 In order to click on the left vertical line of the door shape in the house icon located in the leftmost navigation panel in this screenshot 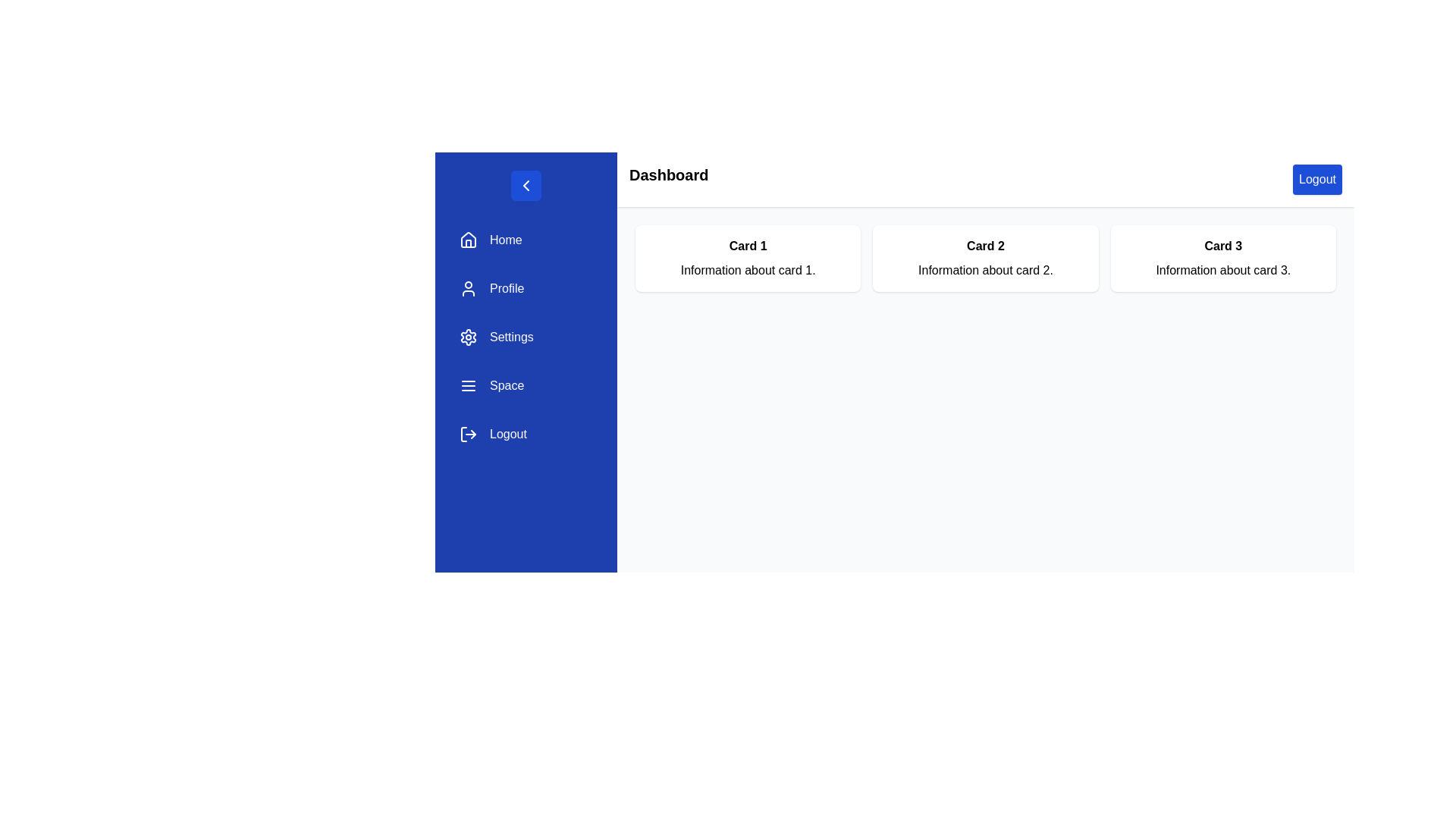, I will do `click(468, 243)`.